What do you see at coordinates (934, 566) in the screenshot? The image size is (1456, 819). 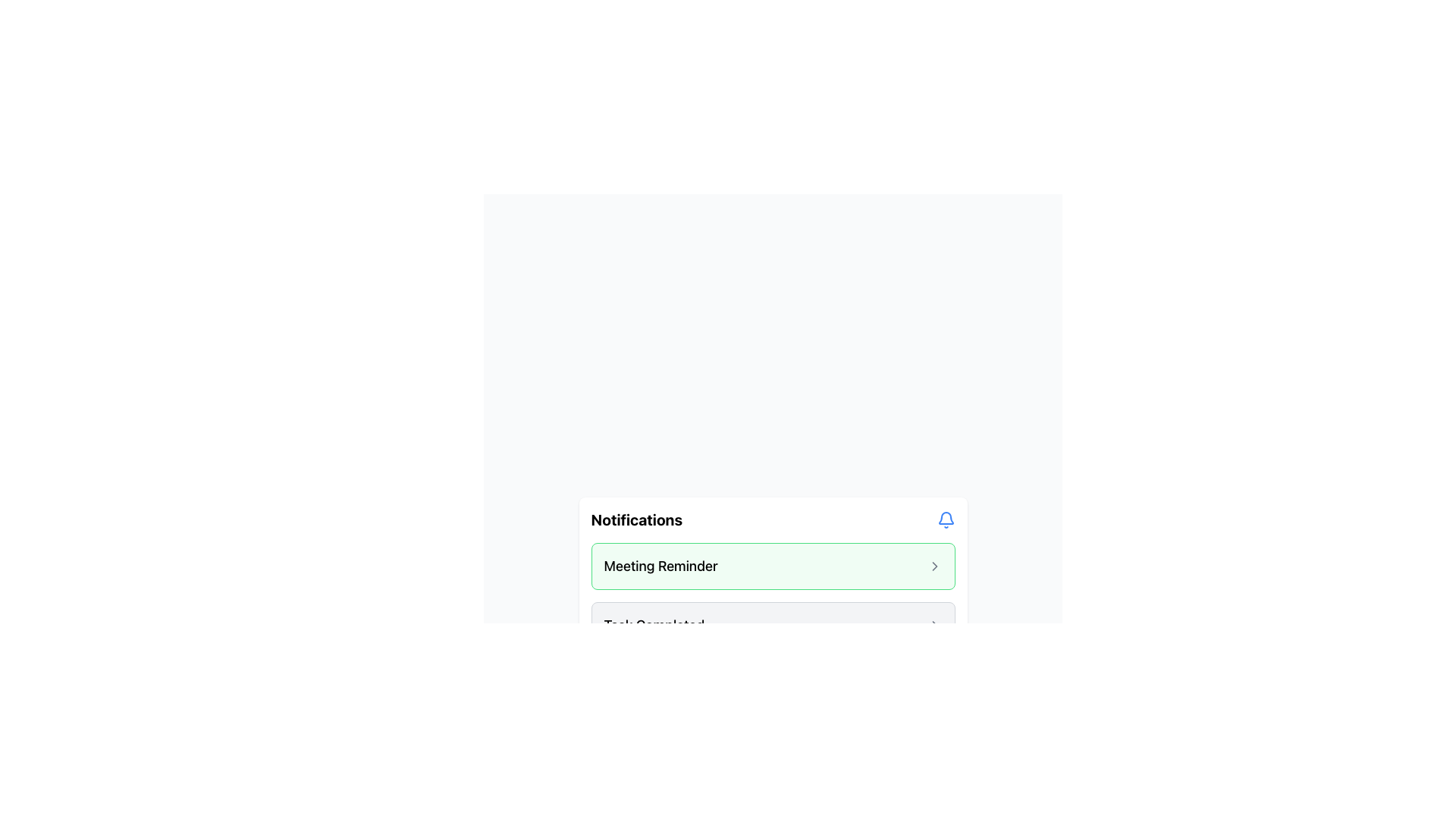 I see `the right-pointing chevron icon located at the rightmost end of the 'Meeting Reminder' notification item` at bounding box center [934, 566].